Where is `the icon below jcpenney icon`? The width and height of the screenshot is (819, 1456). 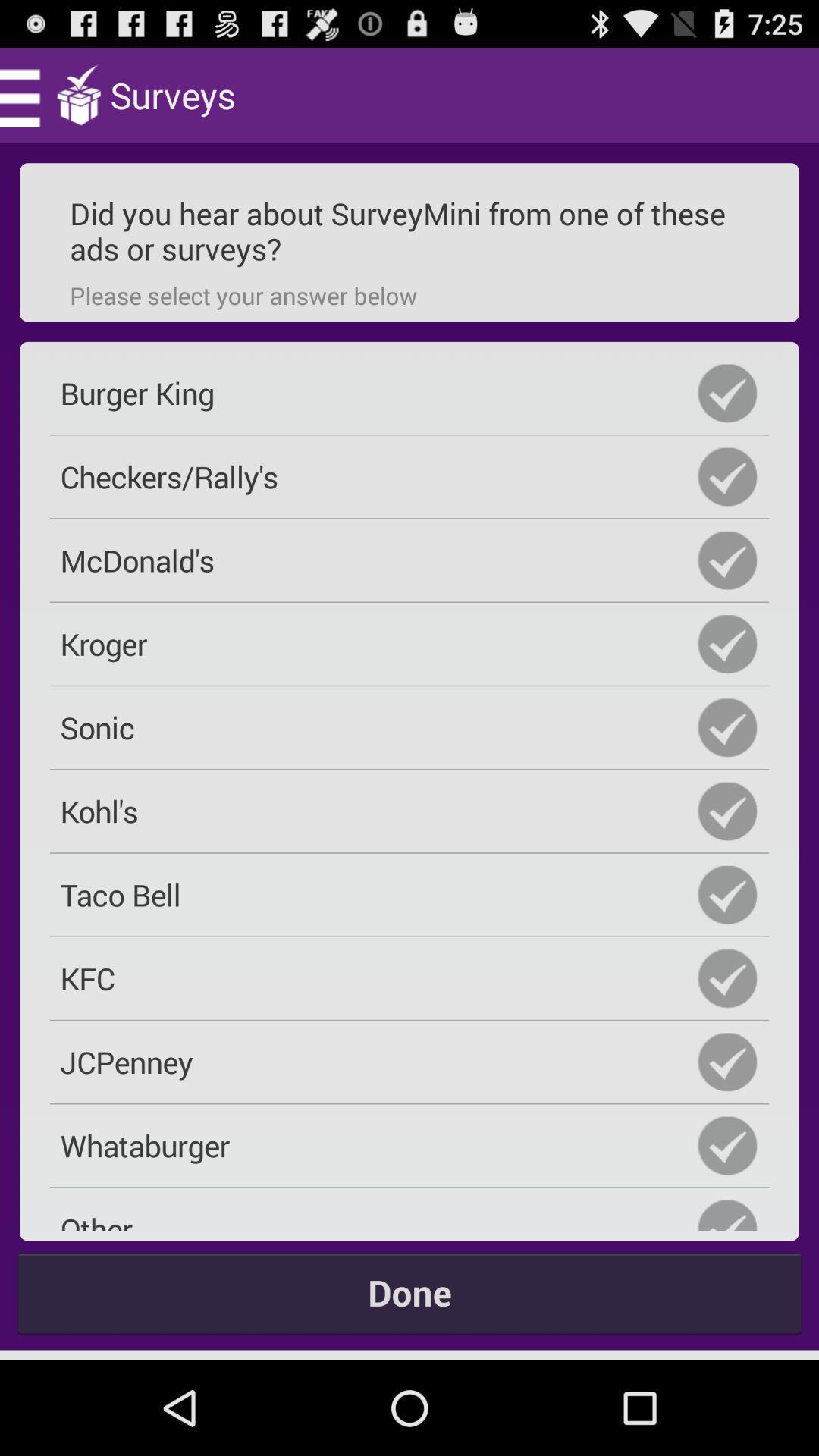
the icon below jcpenney icon is located at coordinates (409, 1145).